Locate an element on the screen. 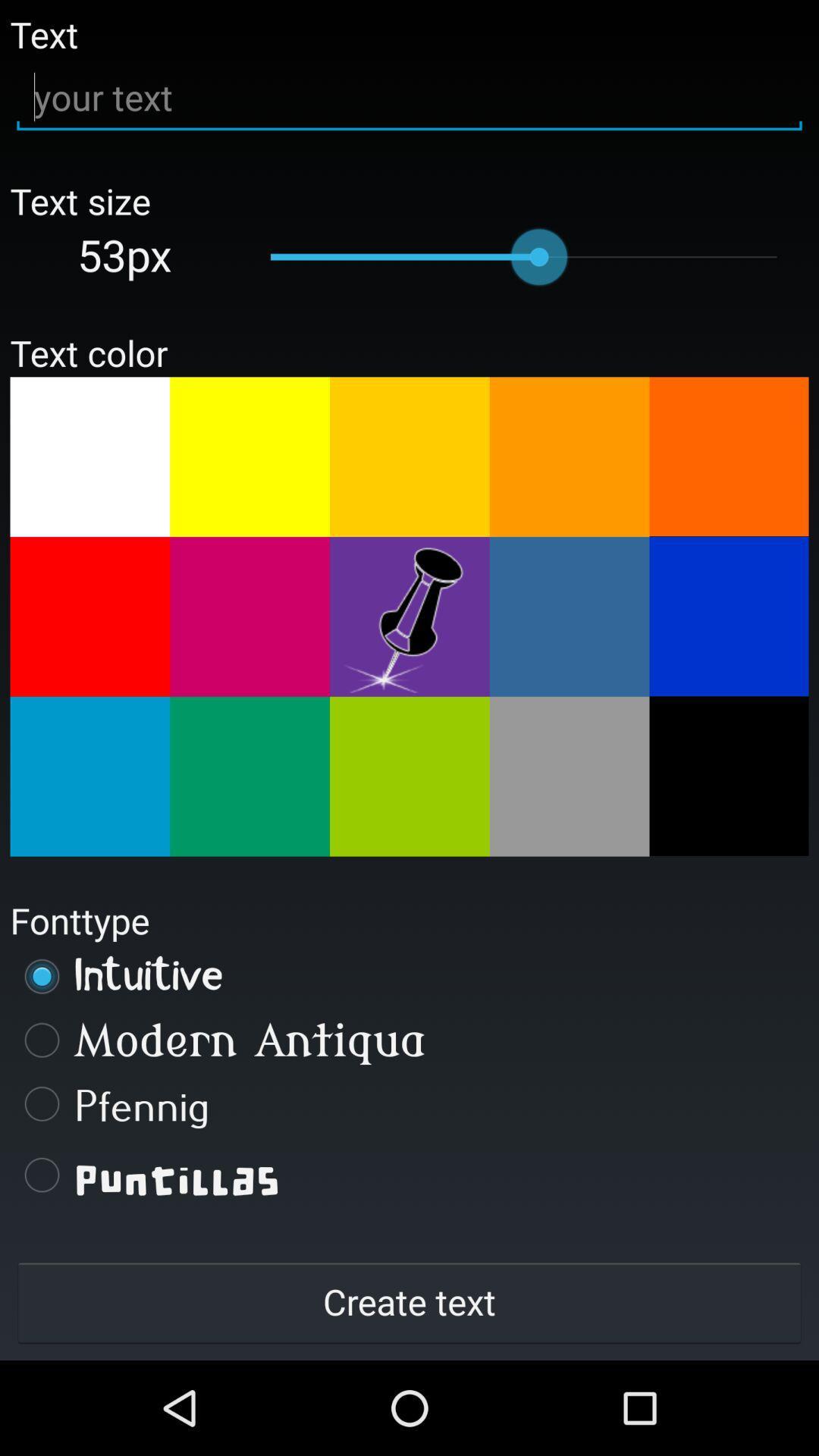  modern antiqua is located at coordinates (409, 1039).